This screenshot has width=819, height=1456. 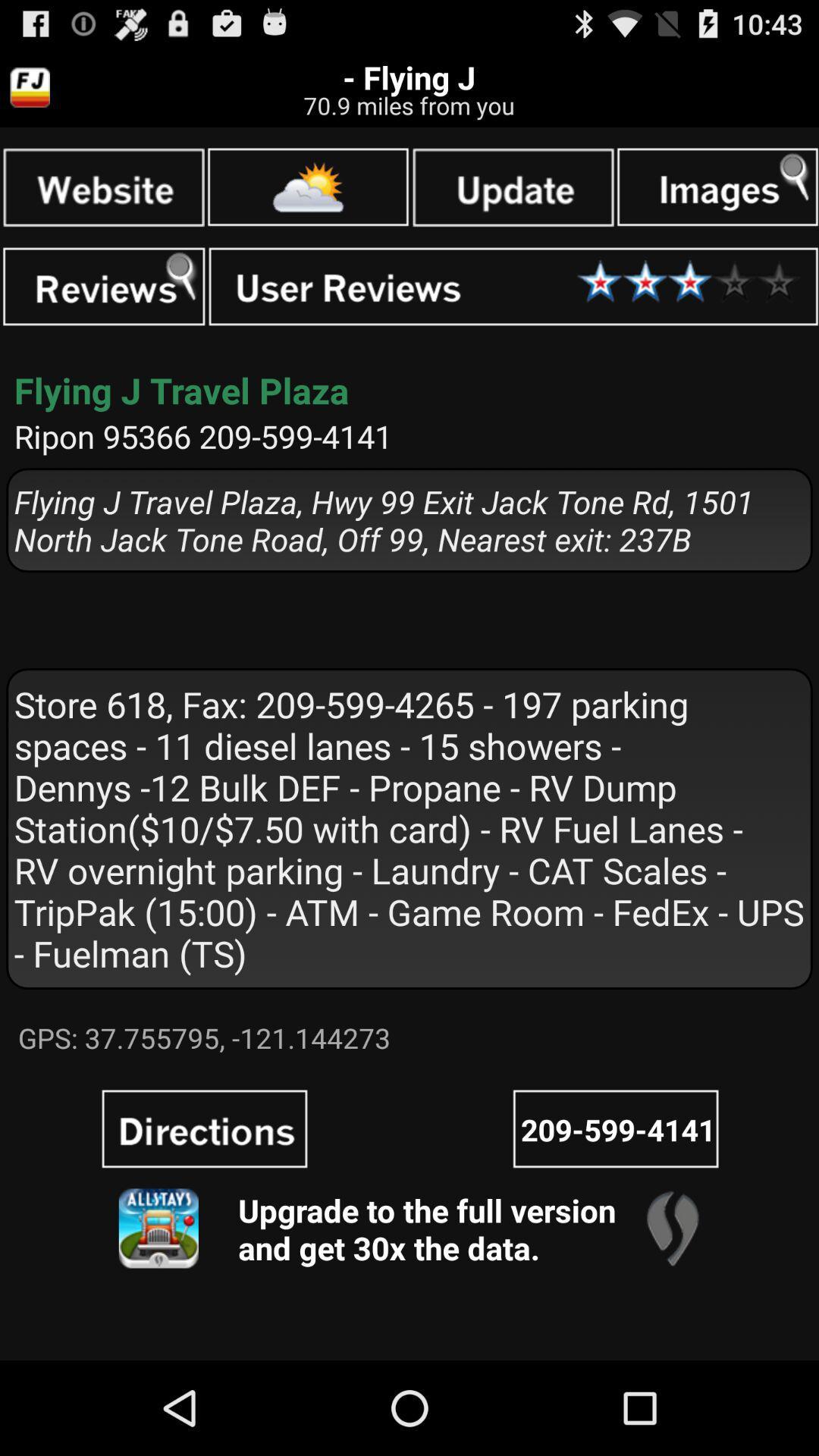 What do you see at coordinates (307, 186) in the screenshot?
I see `weather` at bounding box center [307, 186].